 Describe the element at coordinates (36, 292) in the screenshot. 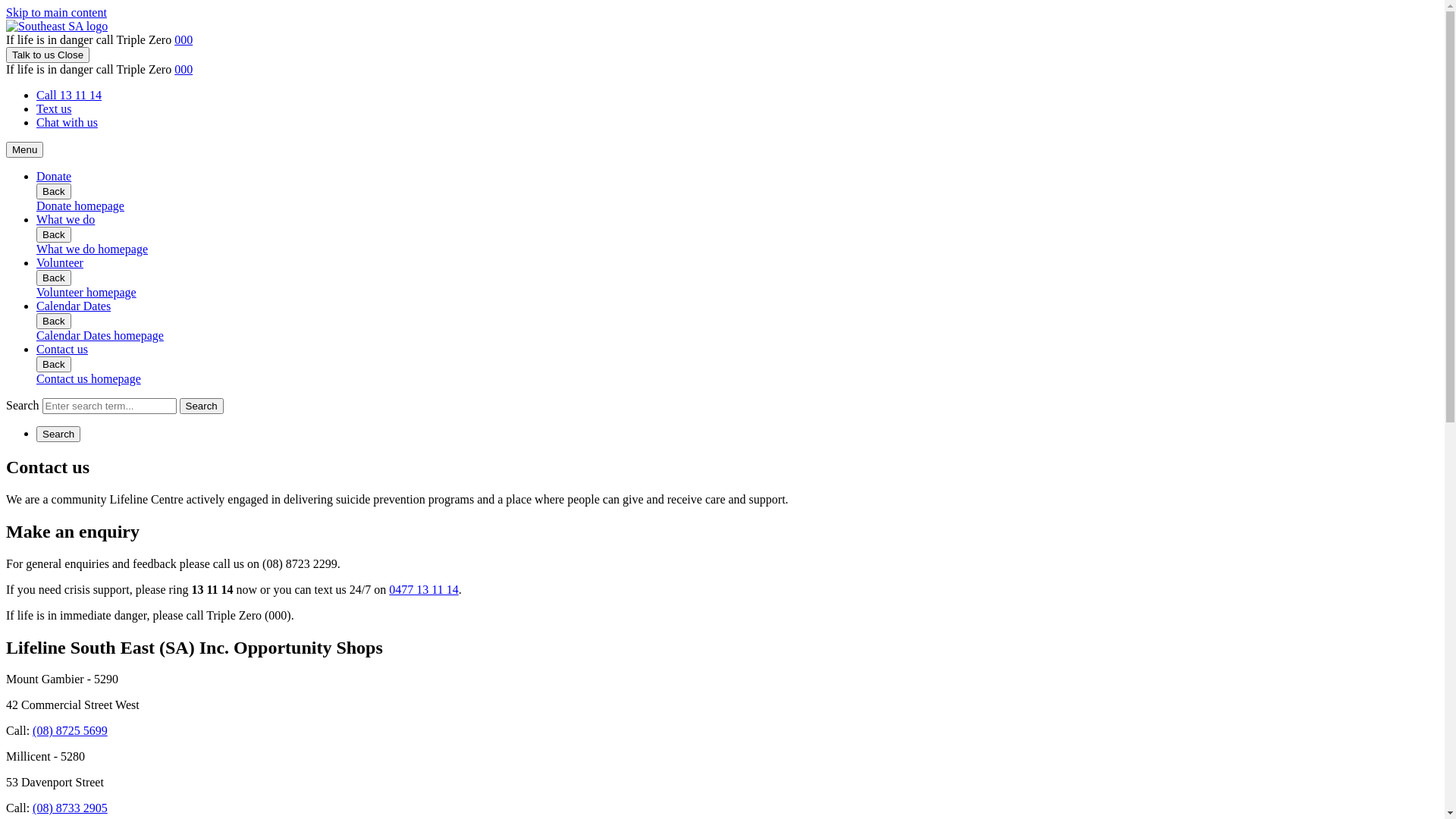

I see `'Volunteer homepage'` at that location.